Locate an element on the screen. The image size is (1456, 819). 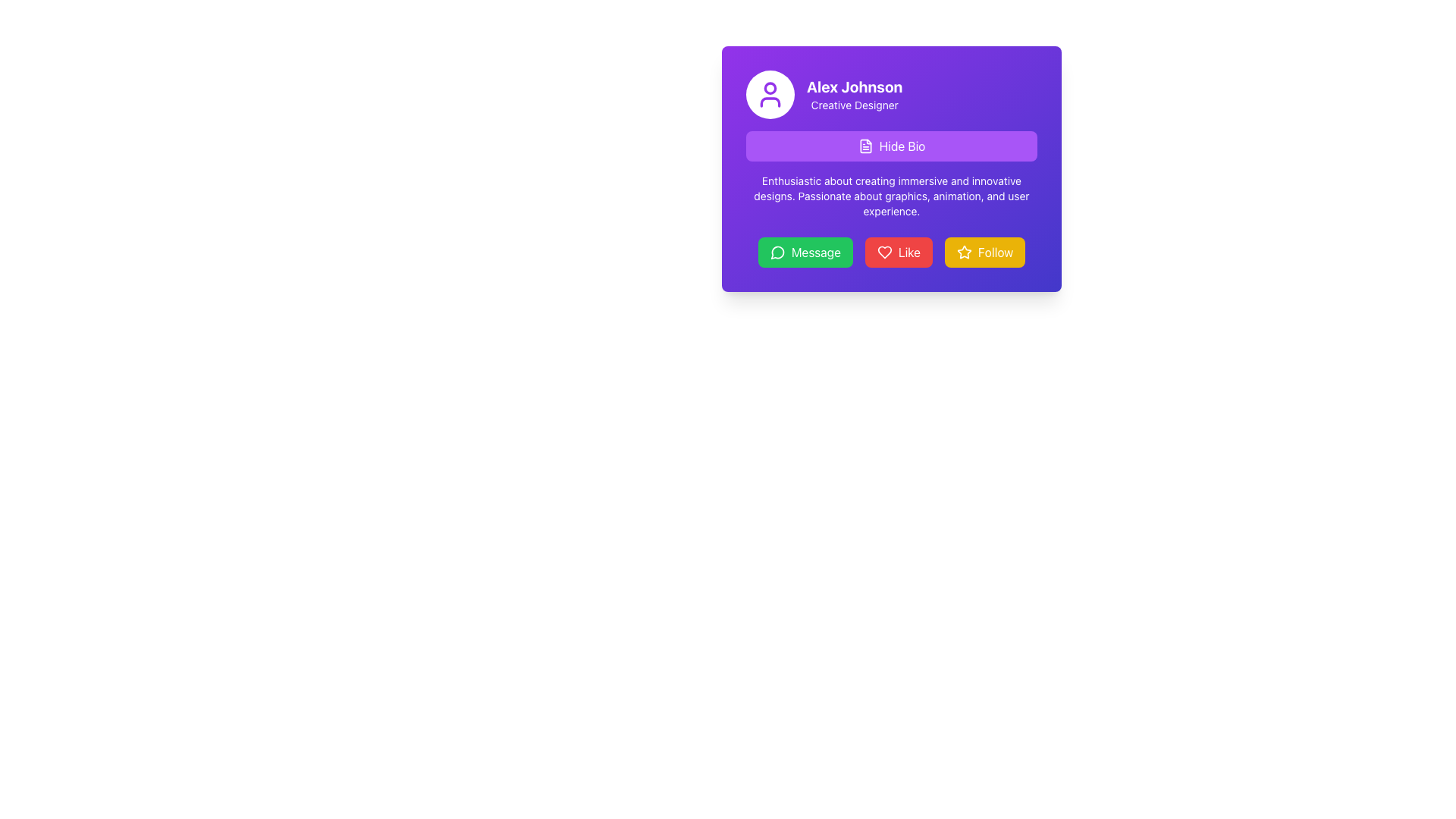
the 'Follow' button element is located at coordinates (985, 251).